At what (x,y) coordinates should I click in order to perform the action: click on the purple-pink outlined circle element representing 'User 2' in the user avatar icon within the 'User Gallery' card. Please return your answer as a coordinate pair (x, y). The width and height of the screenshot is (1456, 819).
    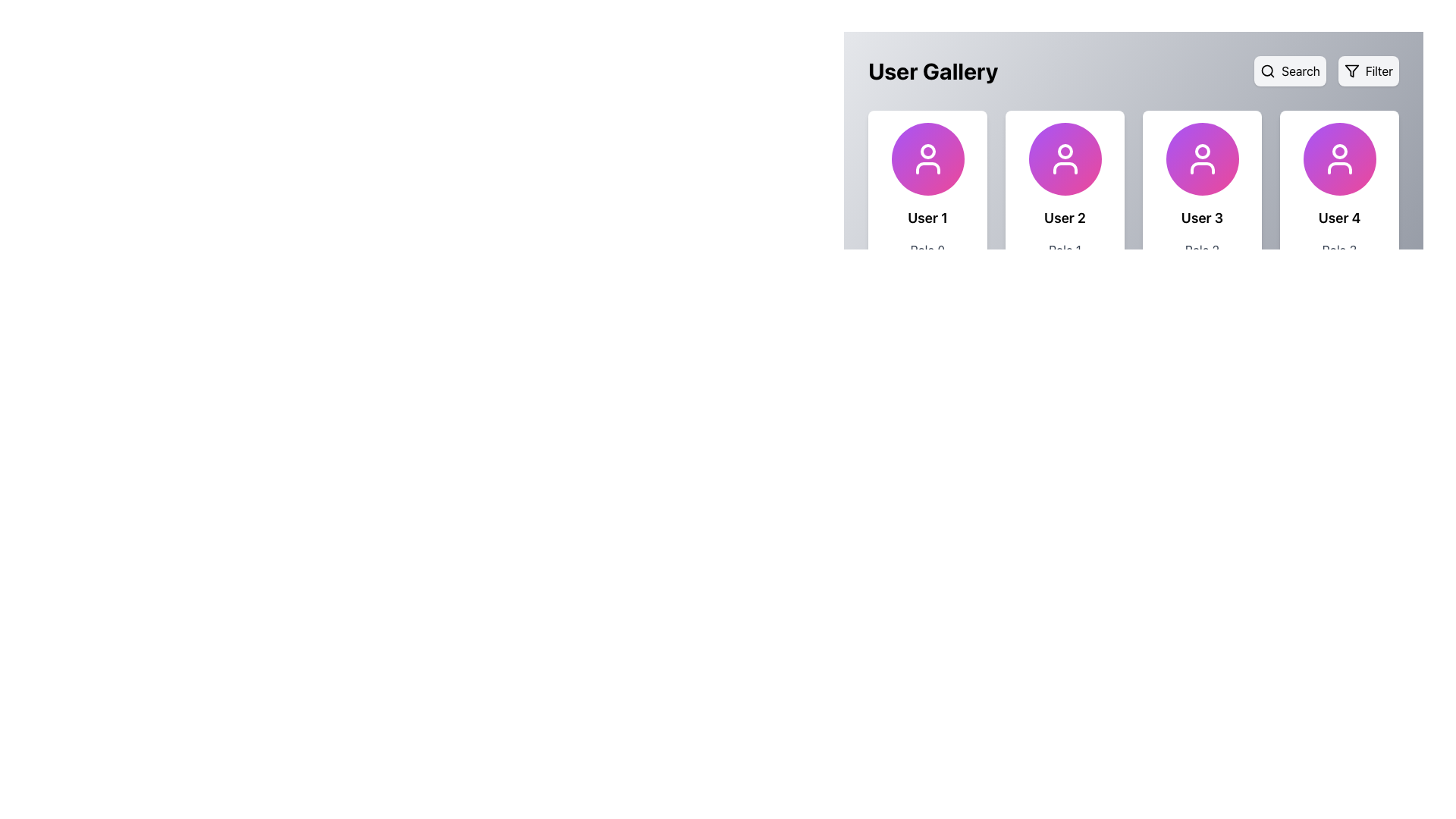
    Looking at the image, I should click on (1064, 152).